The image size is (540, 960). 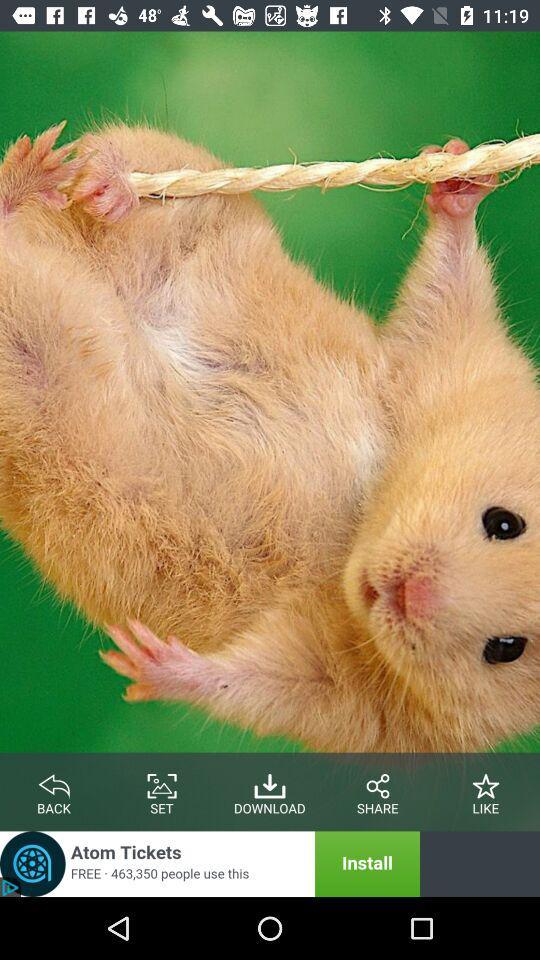 What do you see at coordinates (209, 863) in the screenshot?
I see `advertisement` at bounding box center [209, 863].